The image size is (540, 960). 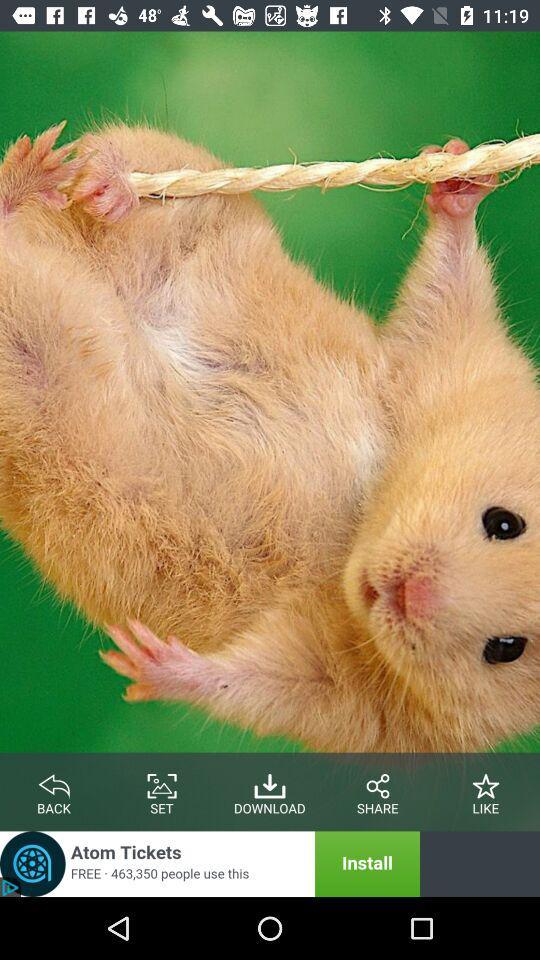 What do you see at coordinates (209, 863) in the screenshot?
I see `advertisement` at bounding box center [209, 863].